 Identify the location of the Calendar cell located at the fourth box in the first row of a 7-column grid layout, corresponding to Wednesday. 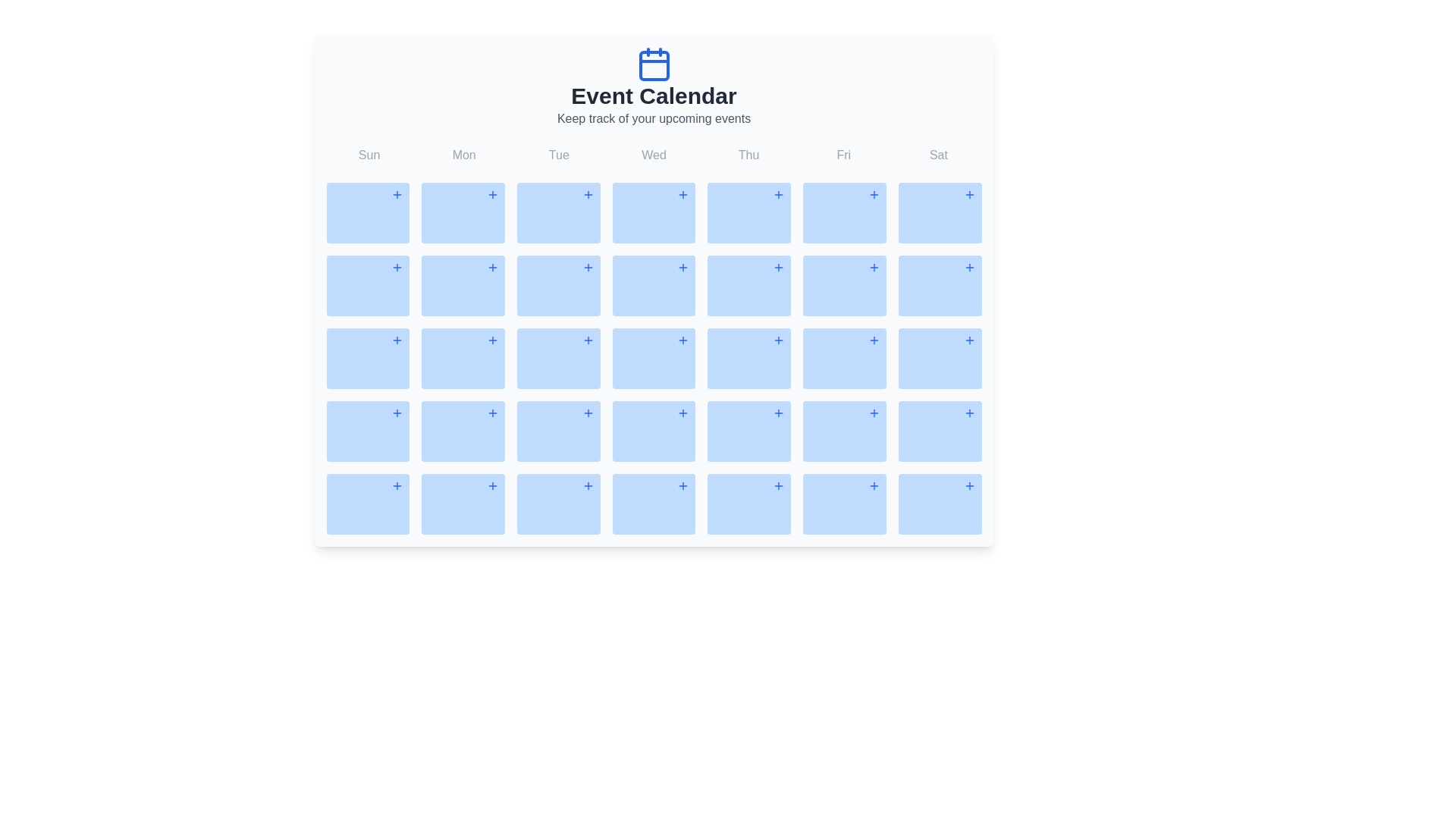
(654, 213).